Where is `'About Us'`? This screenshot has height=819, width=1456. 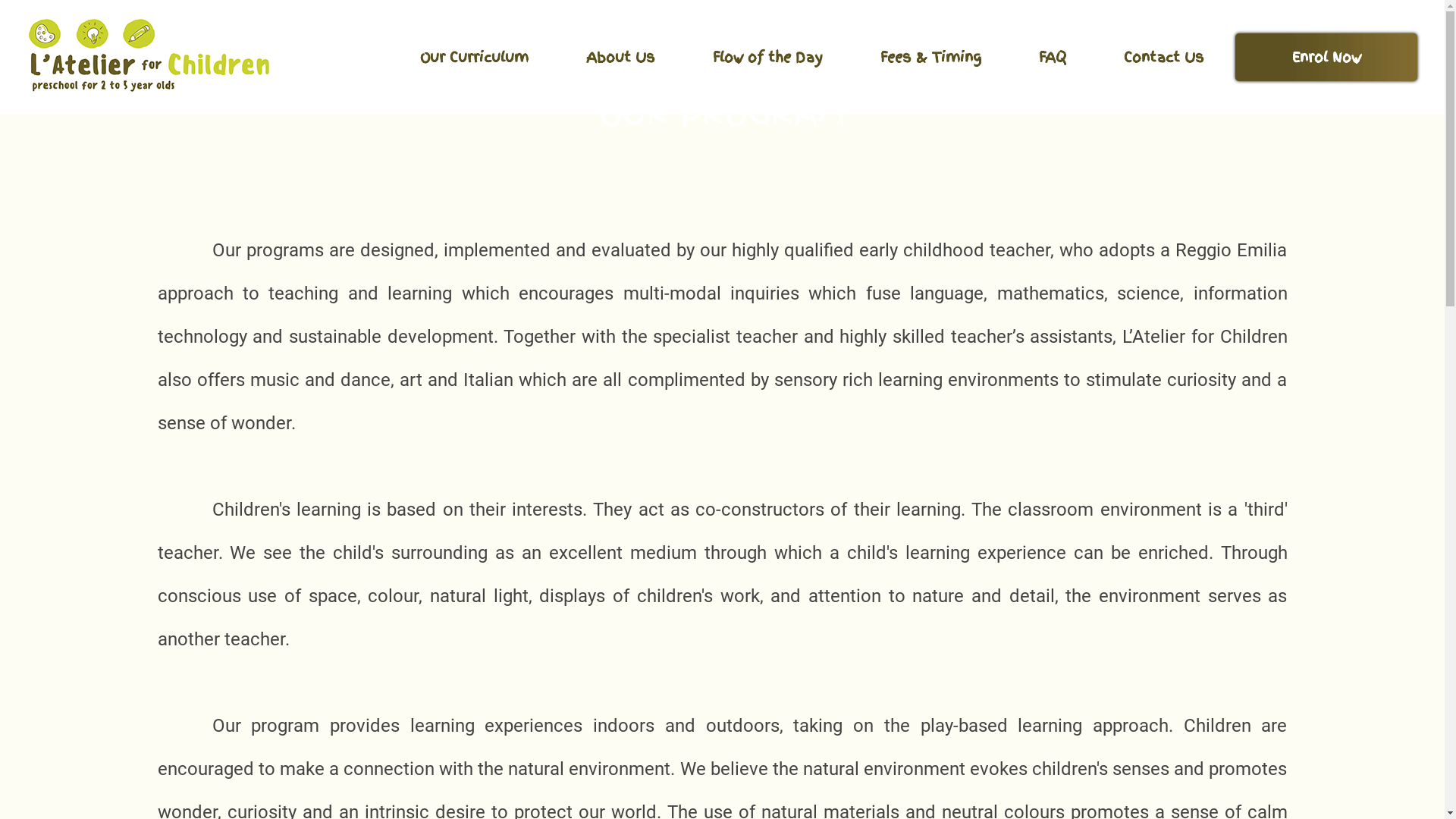
'About Us' is located at coordinates (559, 56).